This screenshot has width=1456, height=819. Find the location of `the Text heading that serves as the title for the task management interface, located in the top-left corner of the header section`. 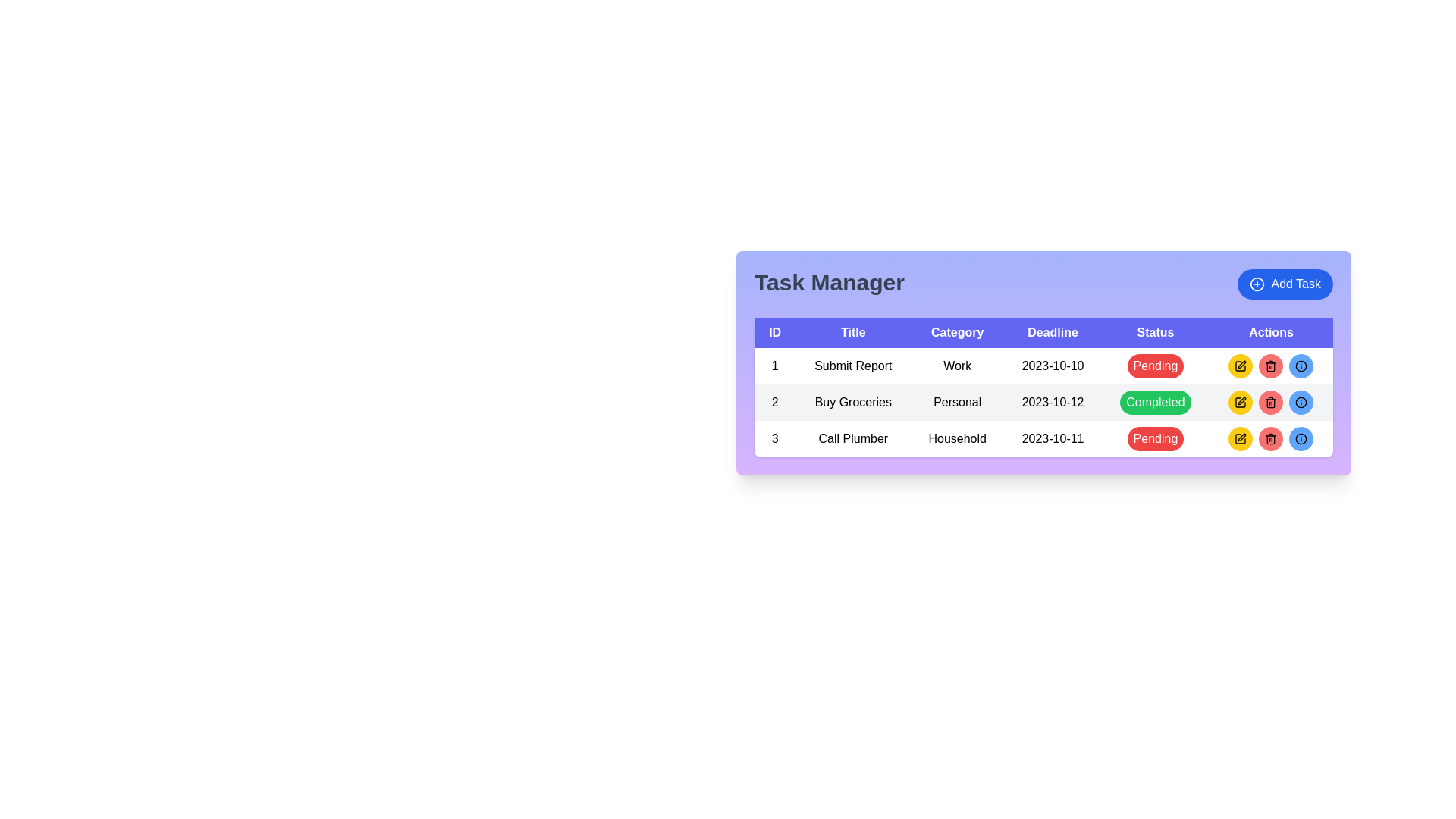

the Text heading that serves as the title for the task management interface, located in the top-left corner of the header section is located at coordinates (829, 284).